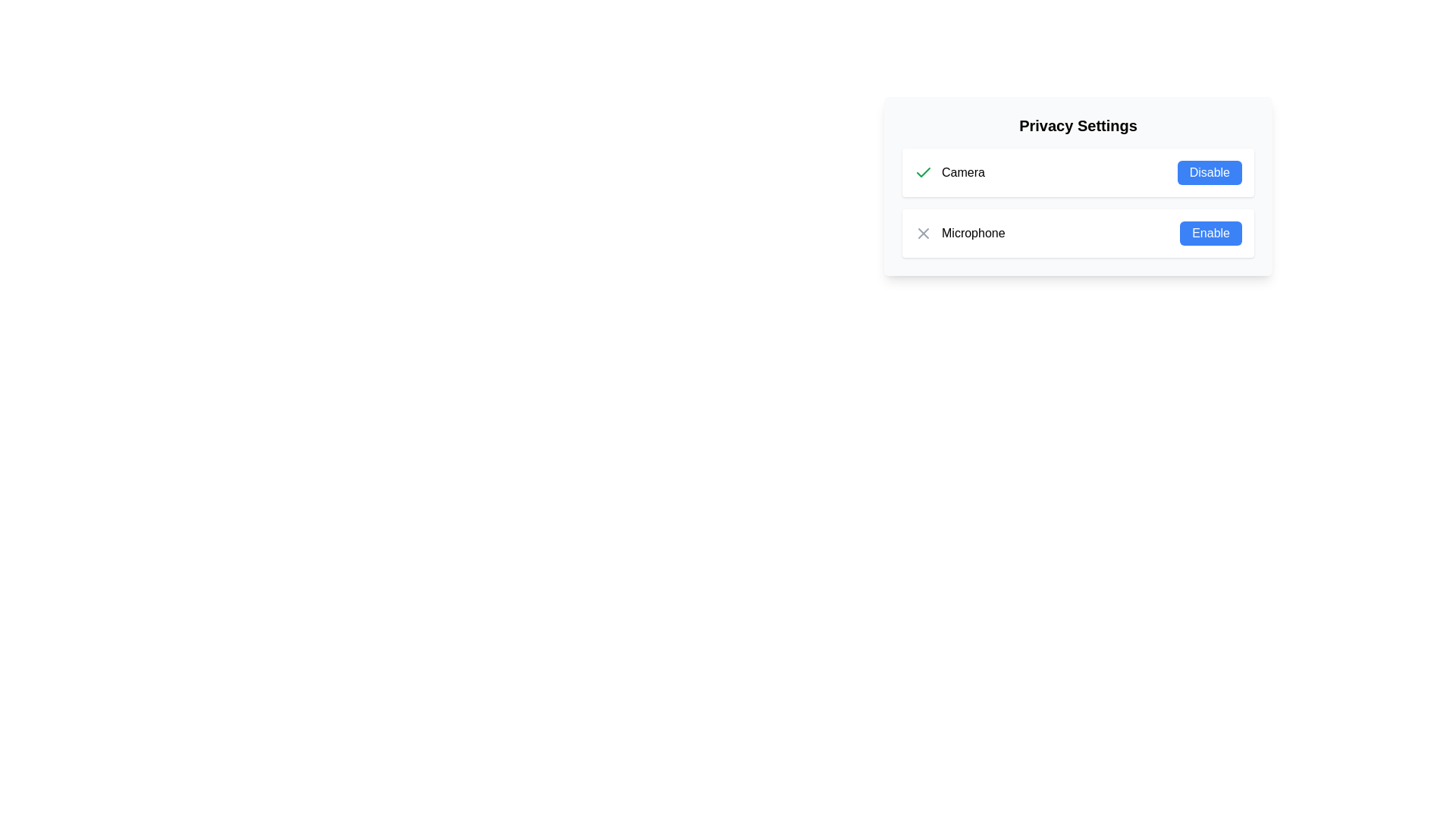 The width and height of the screenshot is (1456, 819). What do you see at coordinates (959, 234) in the screenshot?
I see `the privacy settings label for microphone permissions, located as the second item in the list under 'Privacy Settings', left of the 'Enable' button` at bounding box center [959, 234].